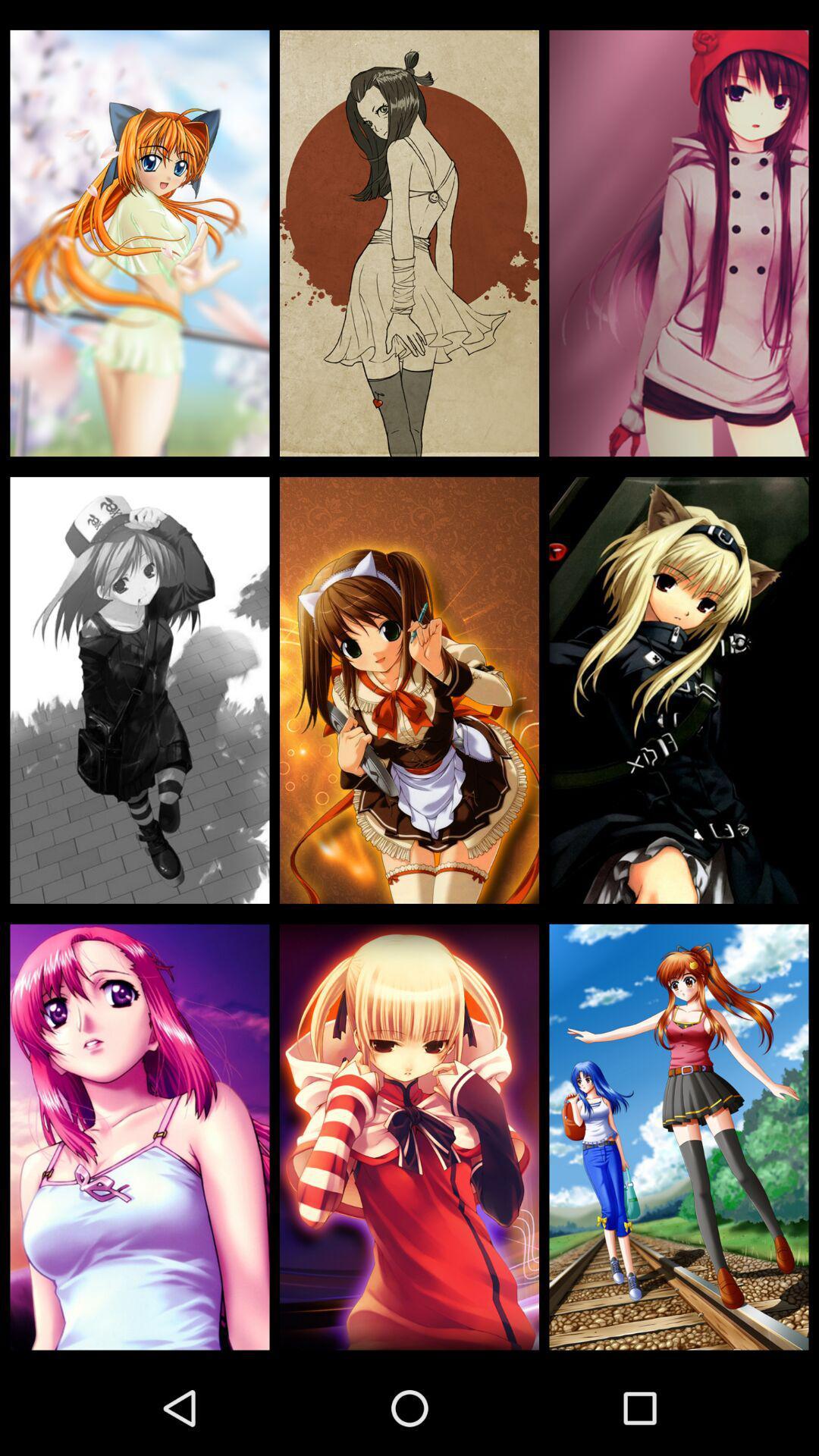 Image resolution: width=819 pixels, height=1456 pixels. What do you see at coordinates (140, 689) in the screenshot?
I see `the icon on the left` at bounding box center [140, 689].